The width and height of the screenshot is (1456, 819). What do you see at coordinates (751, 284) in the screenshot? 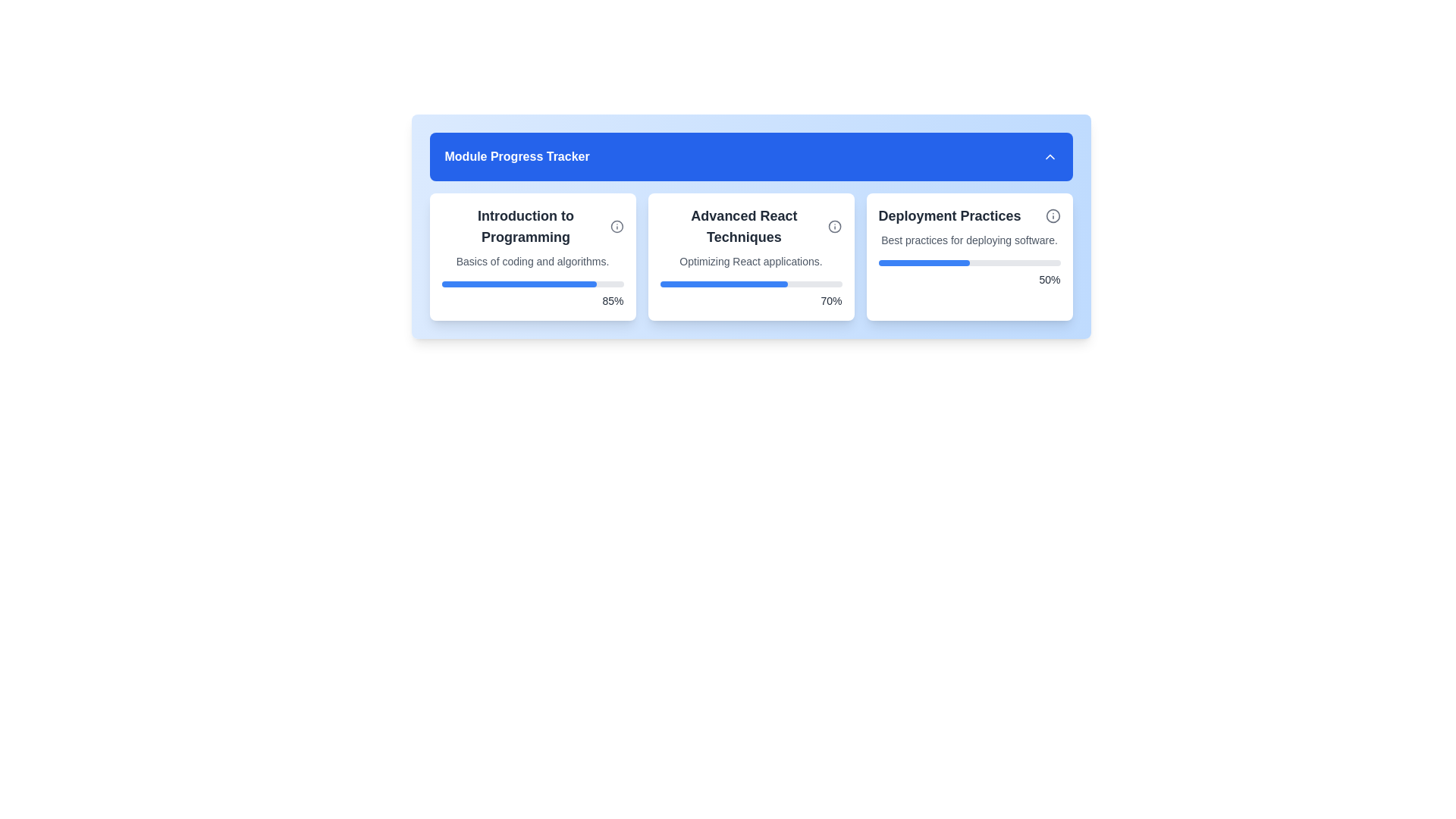
I see `the progress bar indicating 70% completion of the 'Advanced React Techniques' module` at bounding box center [751, 284].